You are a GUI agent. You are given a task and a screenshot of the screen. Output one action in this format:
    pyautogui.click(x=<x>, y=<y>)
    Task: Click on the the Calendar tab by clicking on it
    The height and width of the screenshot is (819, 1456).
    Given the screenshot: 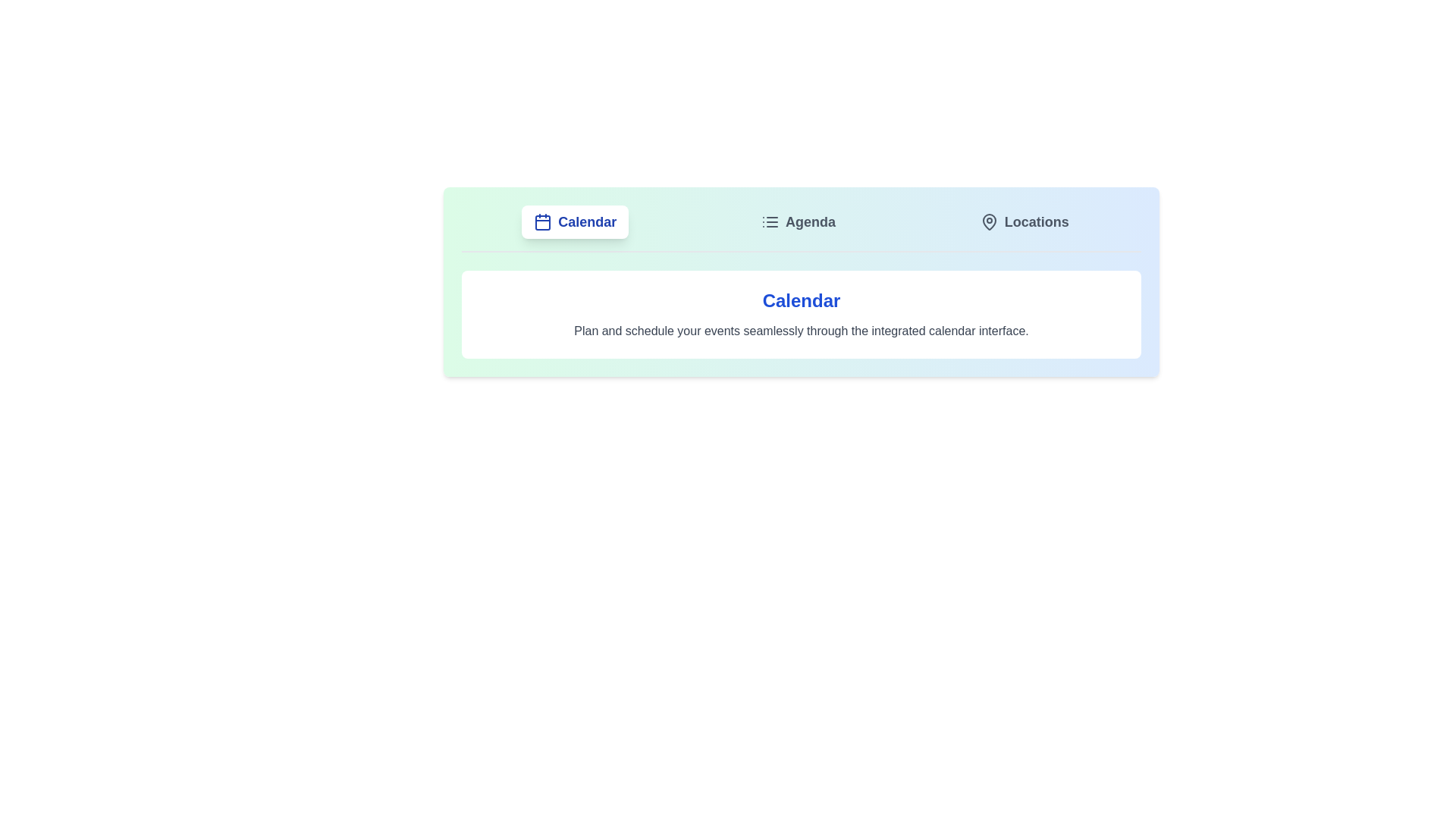 What is the action you would take?
    pyautogui.click(x=574, y=222)
    